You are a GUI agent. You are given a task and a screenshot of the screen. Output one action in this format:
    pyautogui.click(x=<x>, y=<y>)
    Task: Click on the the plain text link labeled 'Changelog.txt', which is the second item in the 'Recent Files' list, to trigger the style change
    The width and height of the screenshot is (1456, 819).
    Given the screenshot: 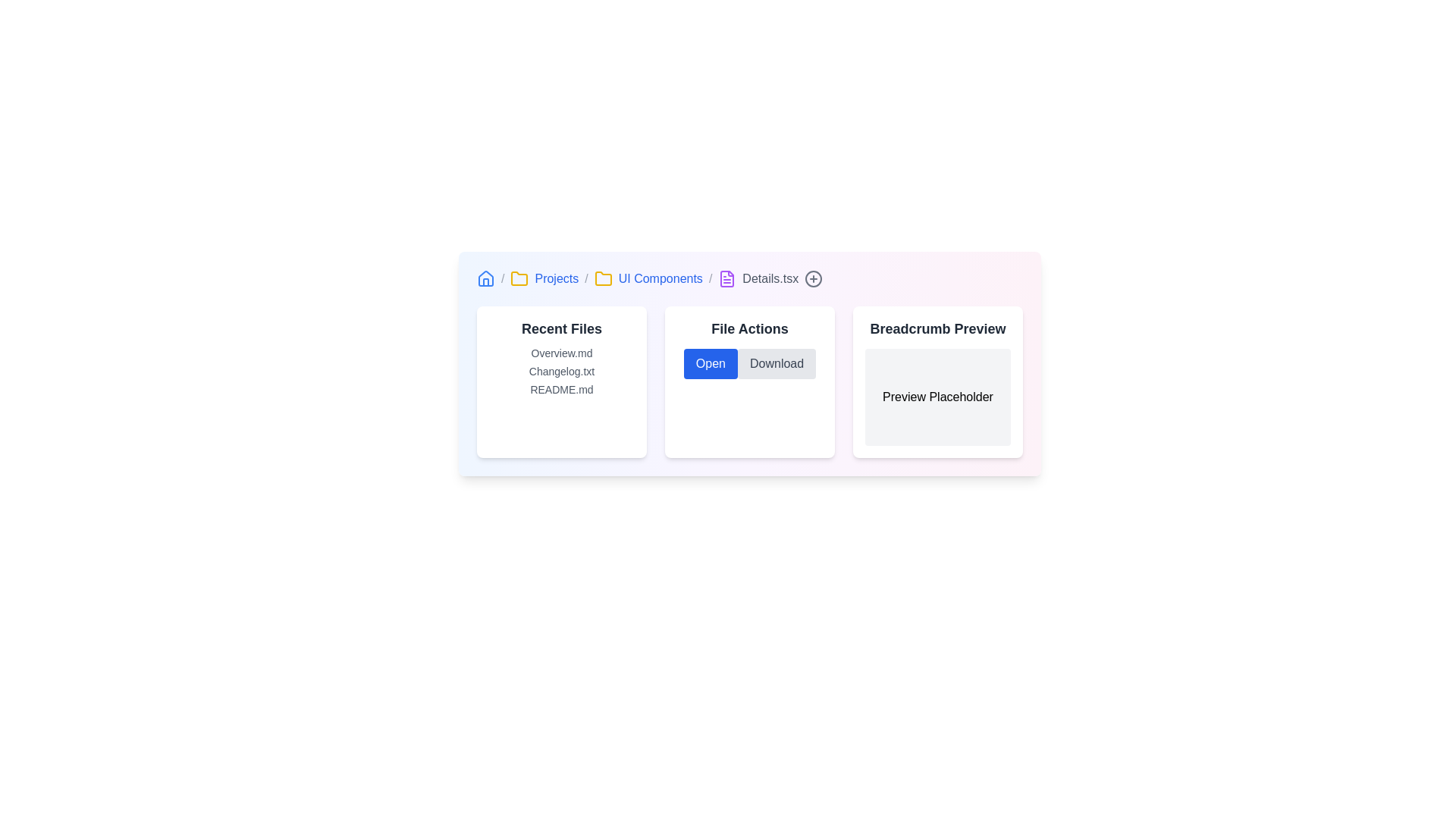 What is the action you would take?
    pyautogui.click(x=560, y=371)
    